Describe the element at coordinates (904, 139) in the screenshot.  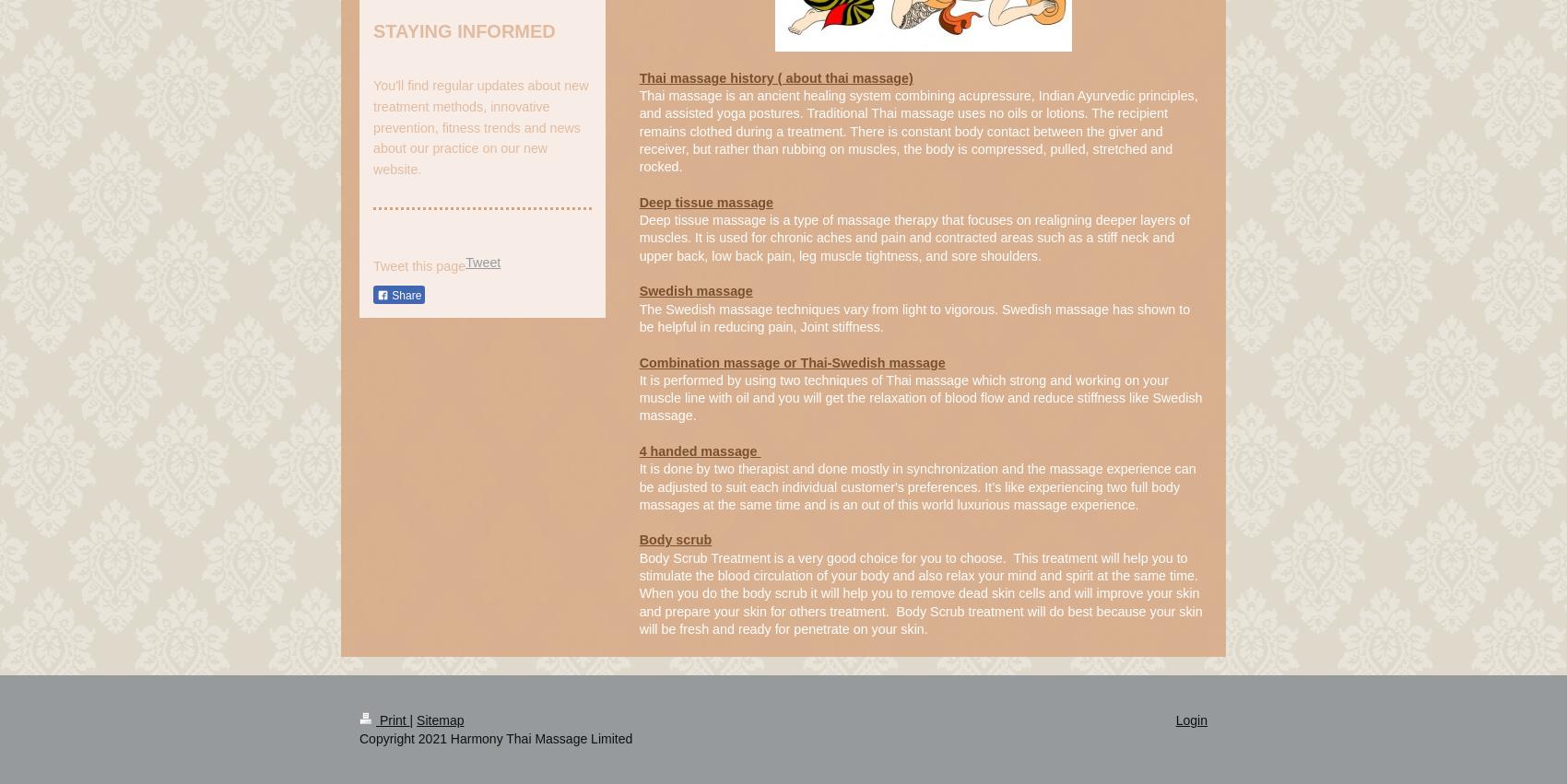
I see `'Traditional Thai massage uses no oils or lotions. The recipient remains clothed during a treatment. There is
constant body contact between the giver and receiver, but rather than rubbing on muscles, the body is compressed, pulled, stretched and rocked.'` at that location.